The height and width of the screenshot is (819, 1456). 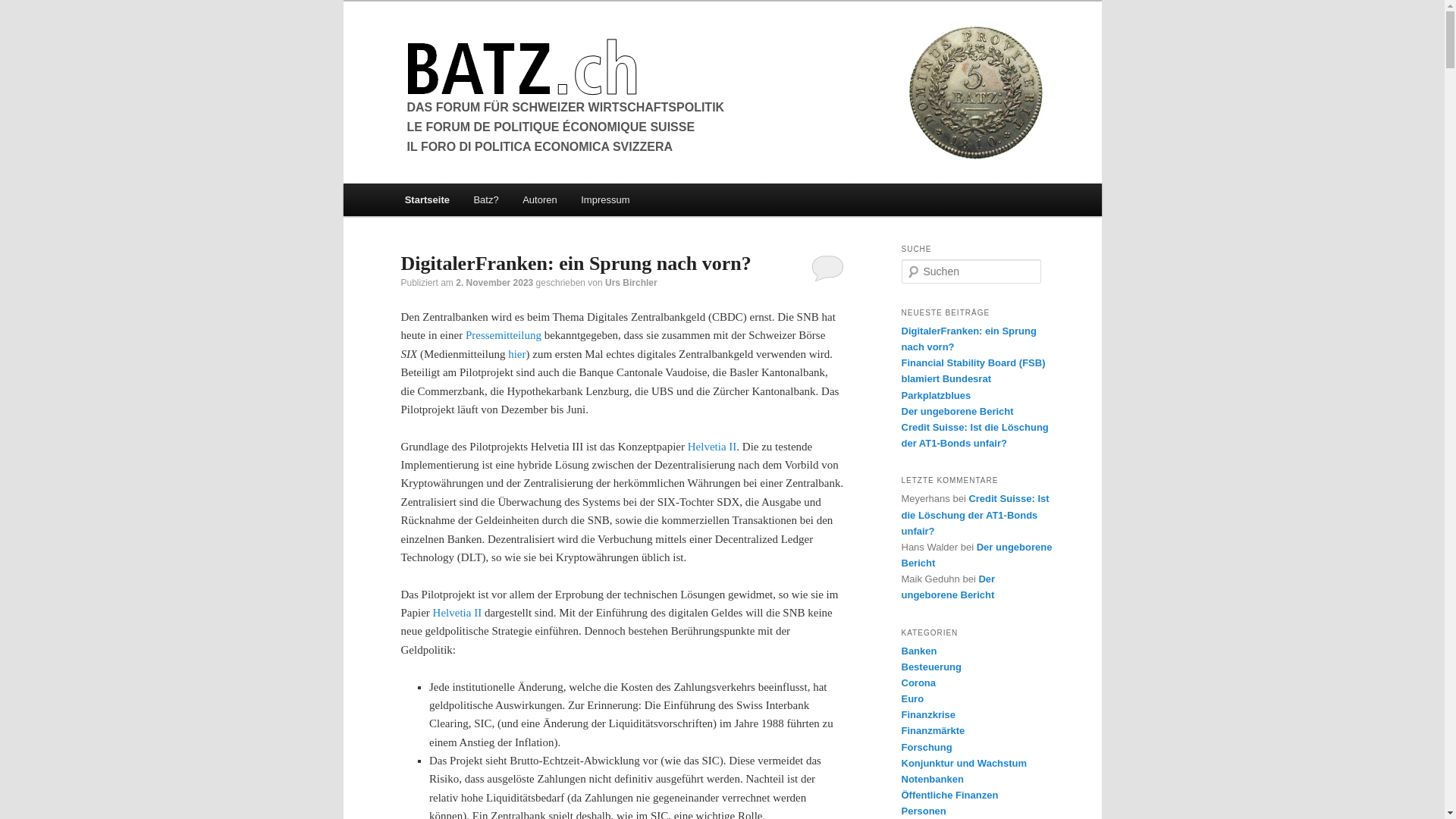 What do you see at coordinates (21, 11) in the screenshot?
I see `'Suchen'` at bounding box center [21, 11].